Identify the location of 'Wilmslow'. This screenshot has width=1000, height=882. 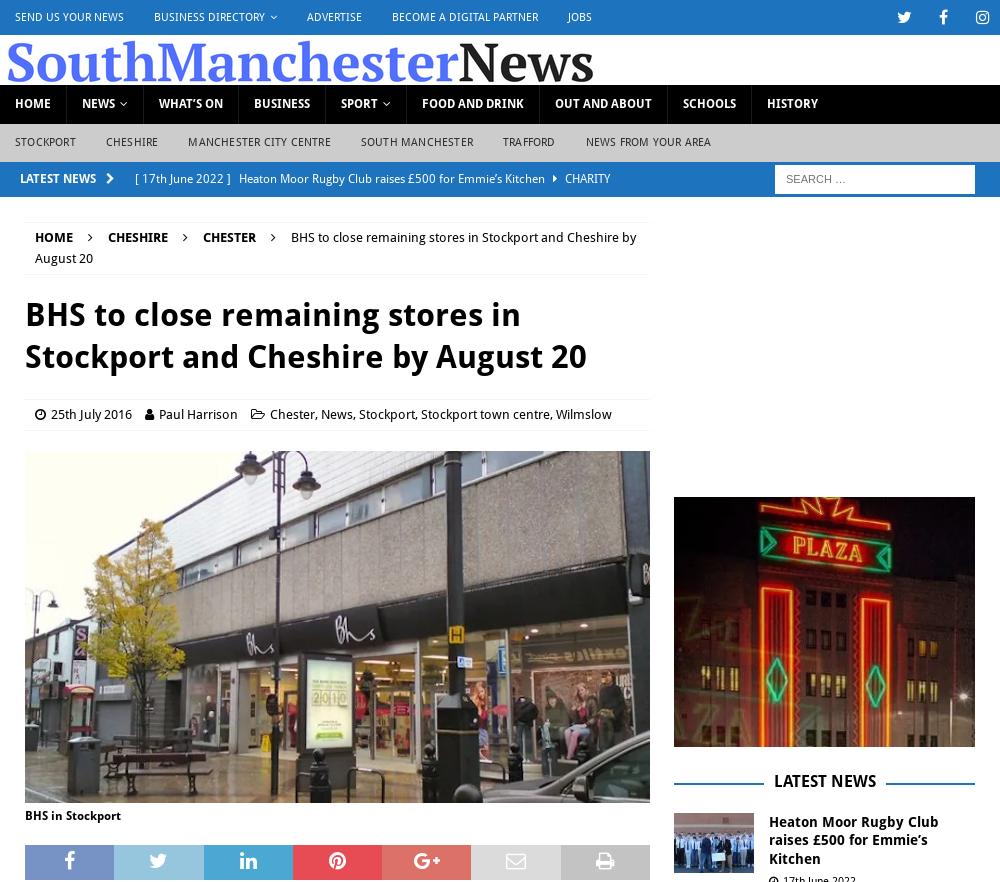
(583, 412).